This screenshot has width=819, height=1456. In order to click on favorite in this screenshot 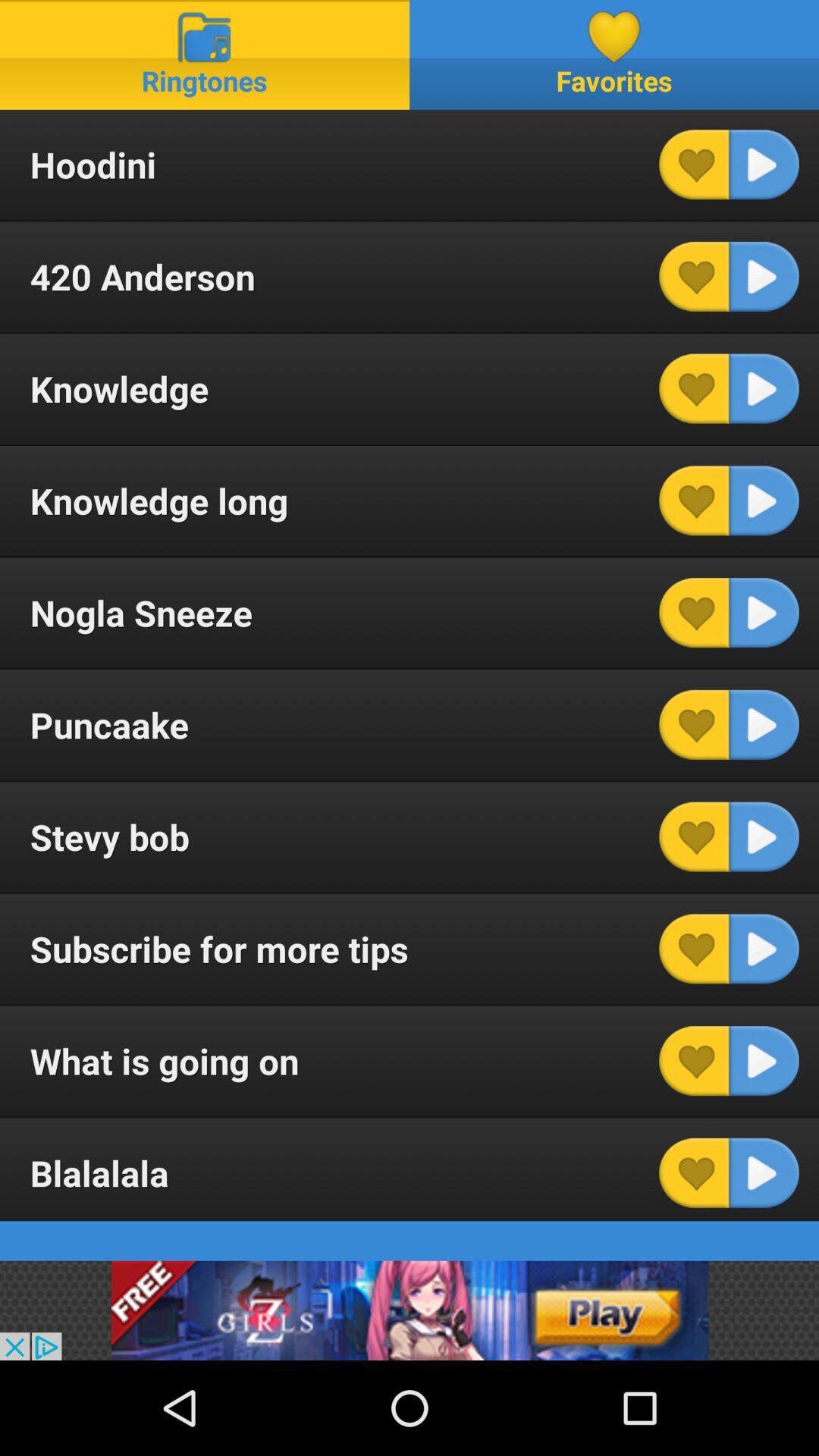, I will do `click(694, 276)`.